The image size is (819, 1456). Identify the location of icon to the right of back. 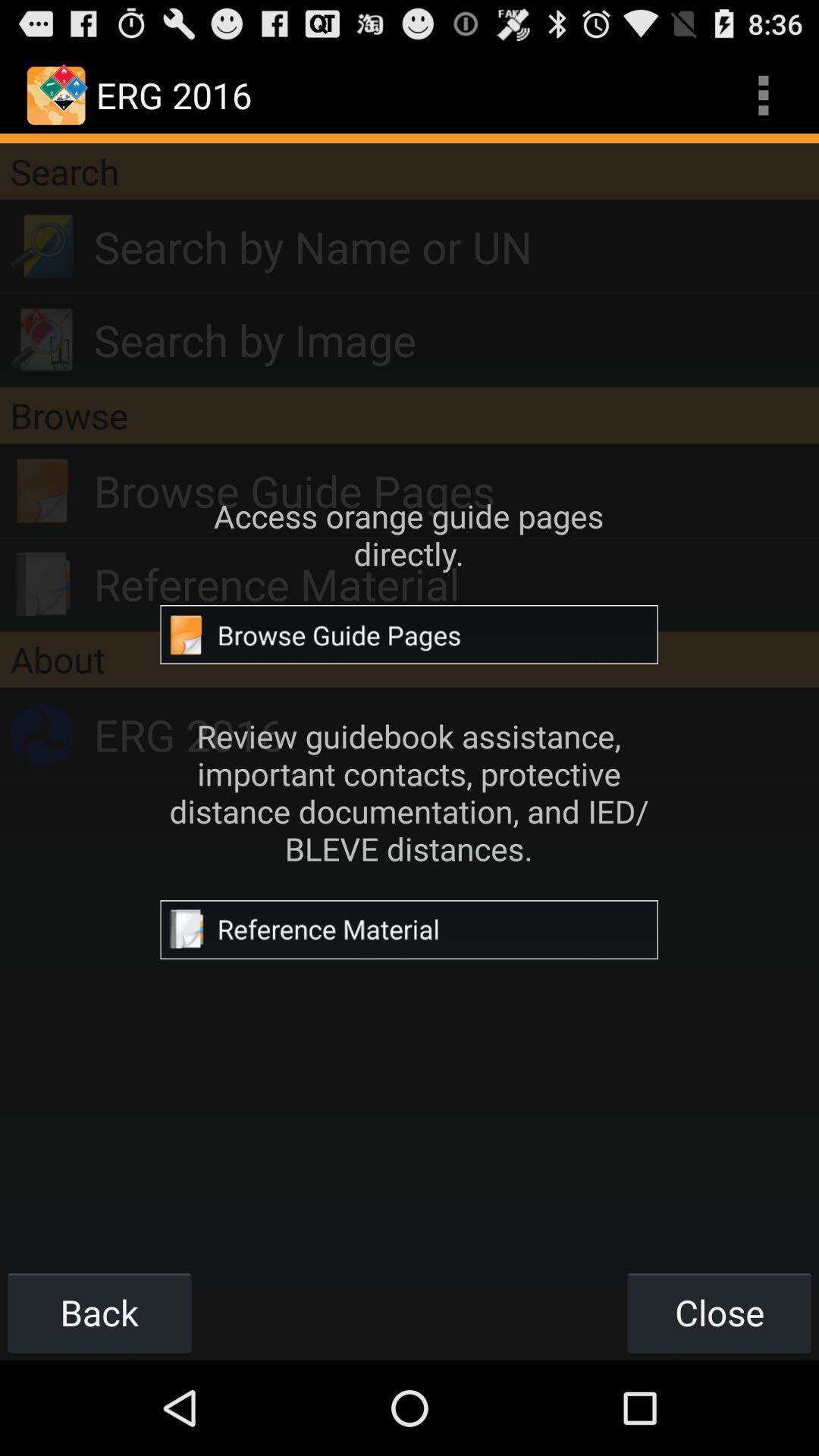
(718, 1312).